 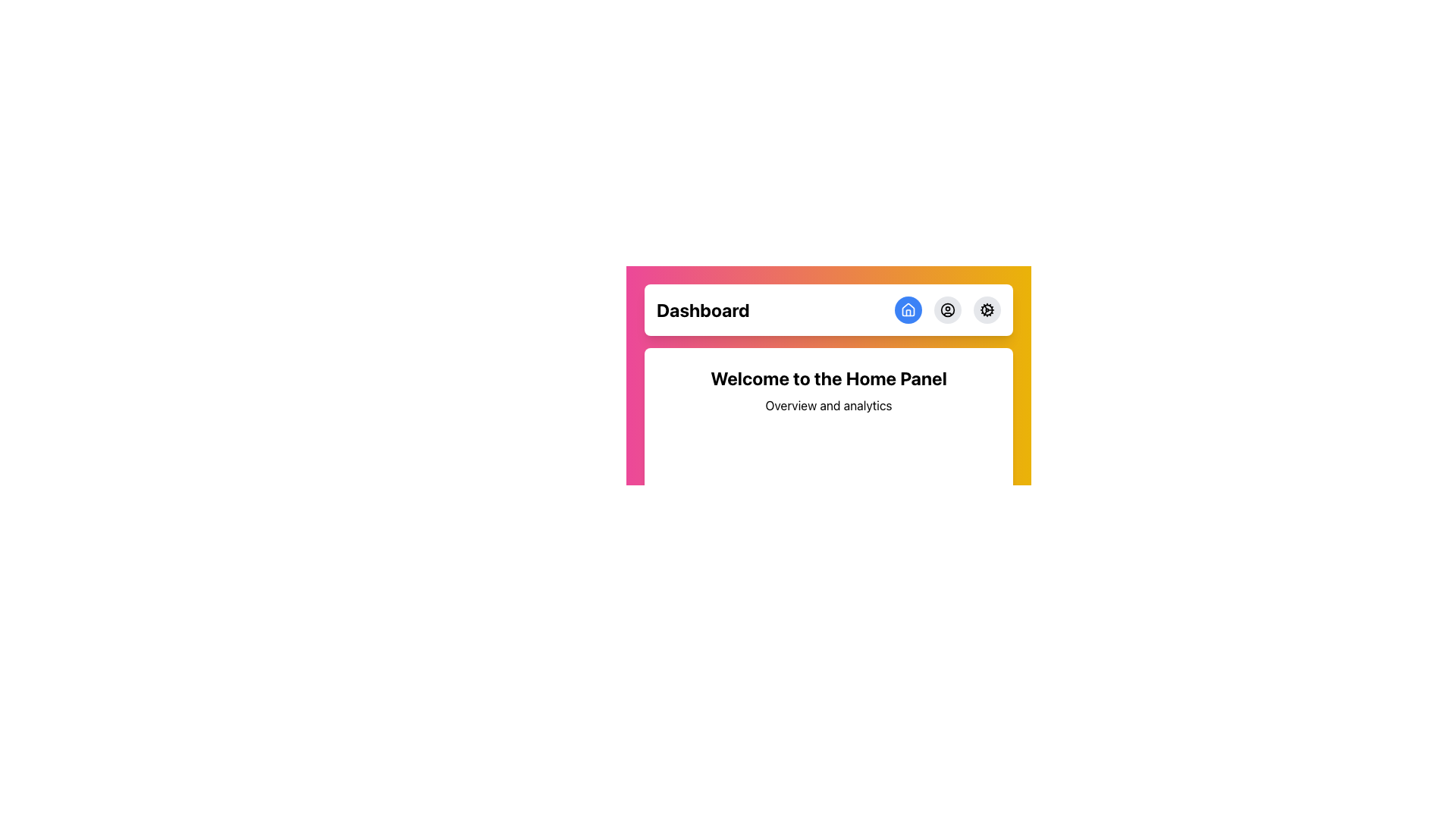 I want to click on the leftmost button located near the upper-right corner of the user interface, so click(x=908, y=309).